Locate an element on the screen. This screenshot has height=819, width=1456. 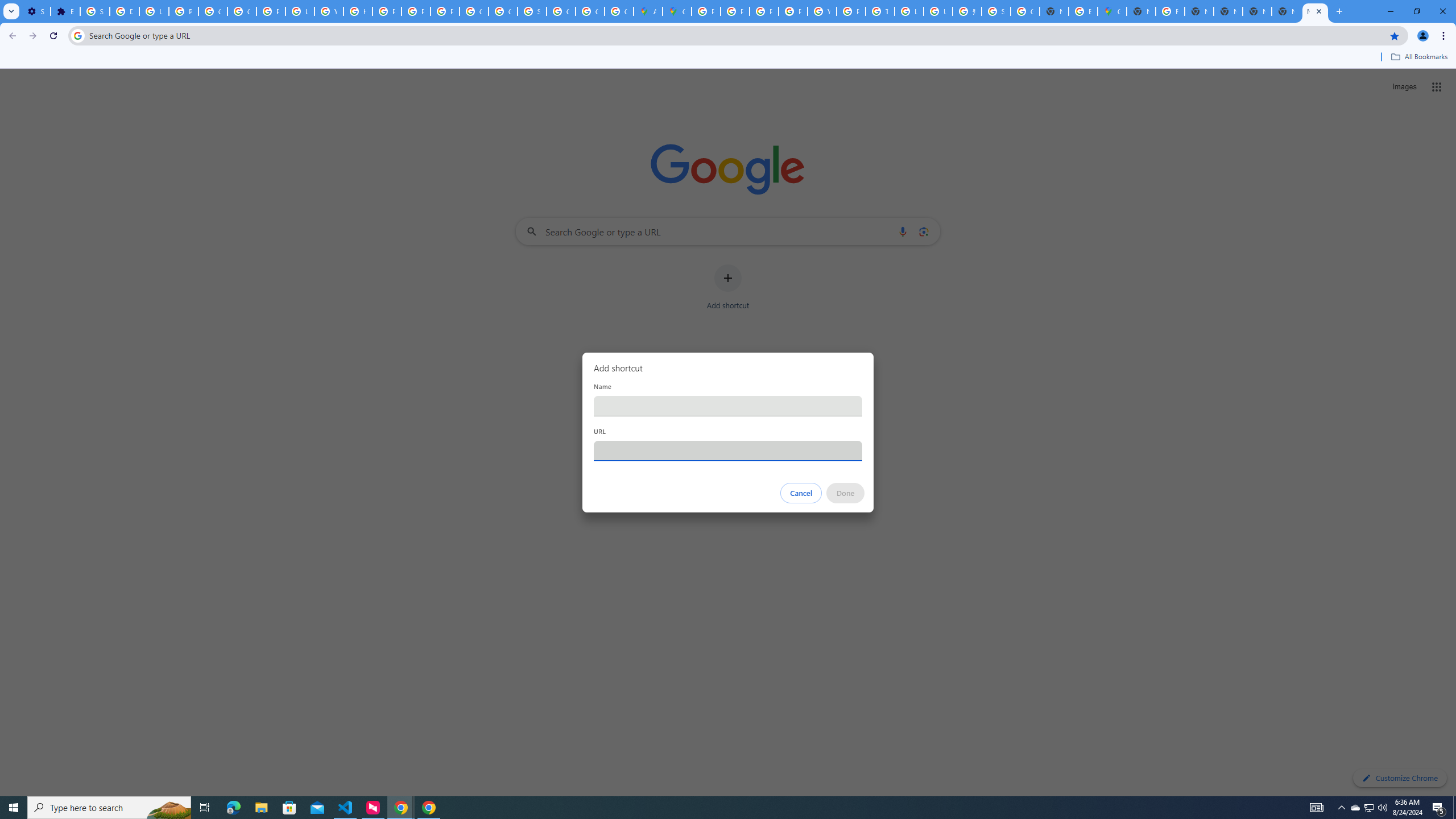
'Google Account Help' is located at coordinates (213, 11).